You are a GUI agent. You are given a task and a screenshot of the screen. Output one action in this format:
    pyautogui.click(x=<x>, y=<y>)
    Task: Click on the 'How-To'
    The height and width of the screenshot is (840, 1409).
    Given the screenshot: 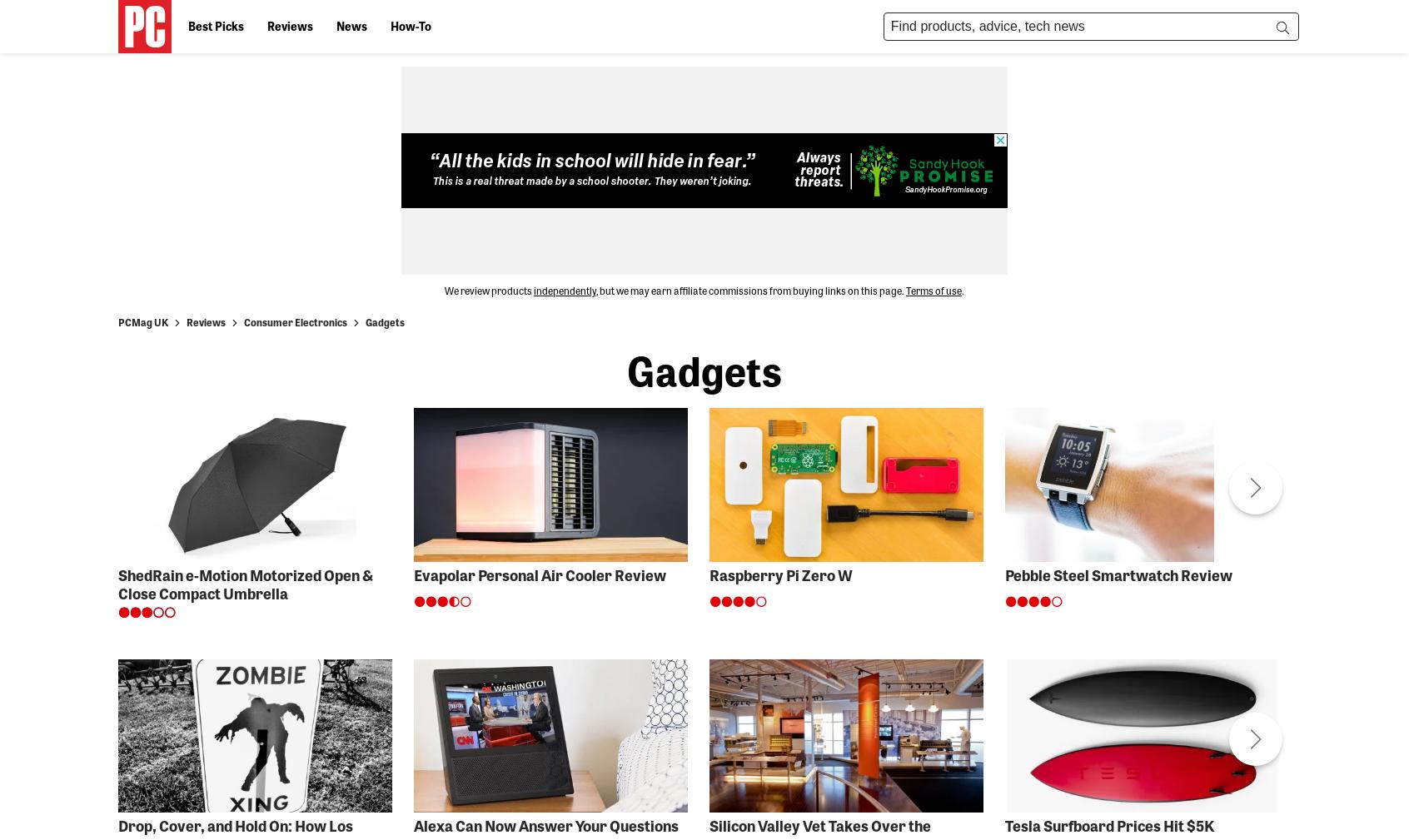 What is the action you would take?
    pyautogui.click(x=410, y=24)
    